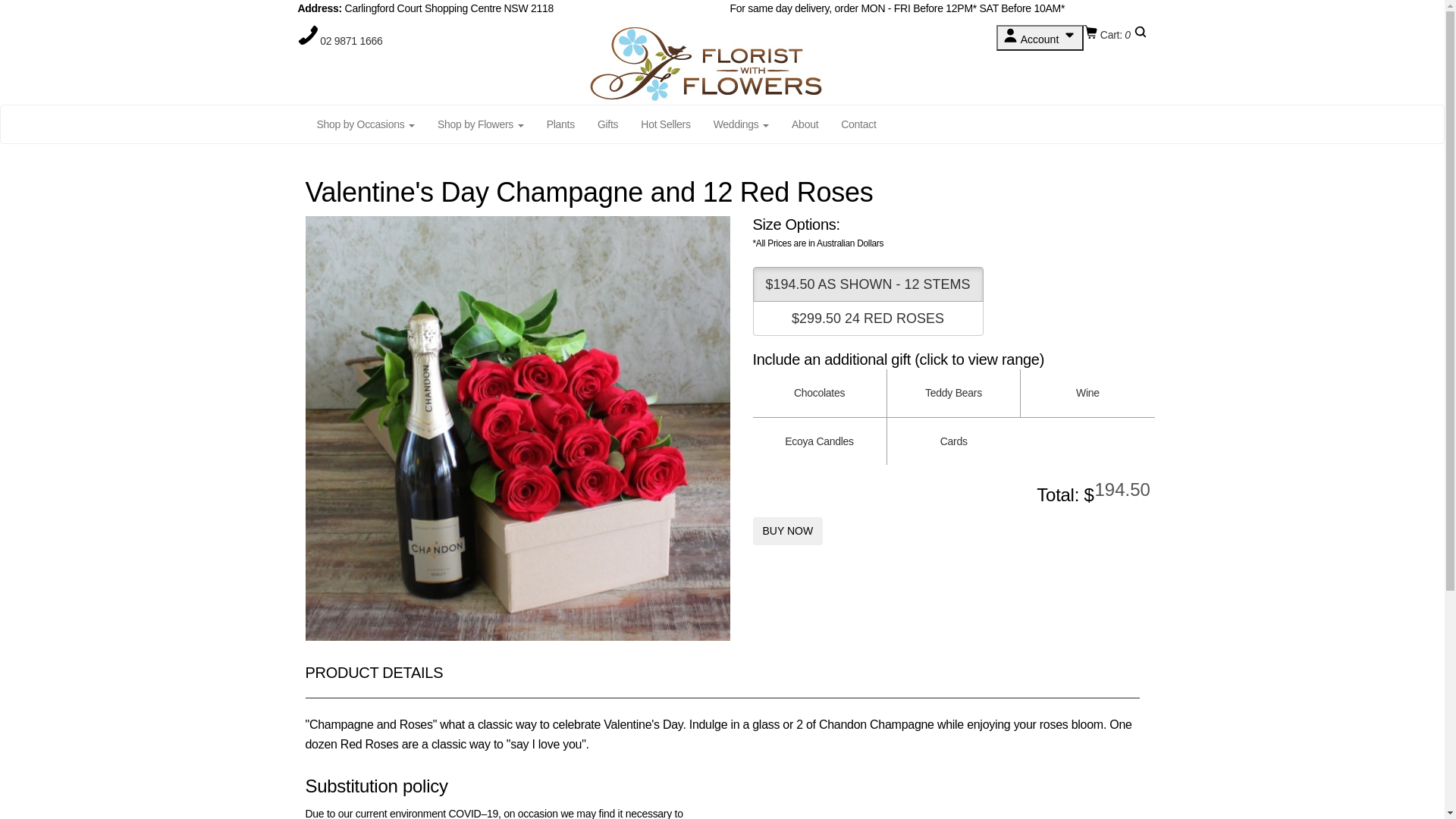  What do you see at coordinates (1087, 391) in the screenshot?
I see `'Wine'` at bounding box center [1087, 391].